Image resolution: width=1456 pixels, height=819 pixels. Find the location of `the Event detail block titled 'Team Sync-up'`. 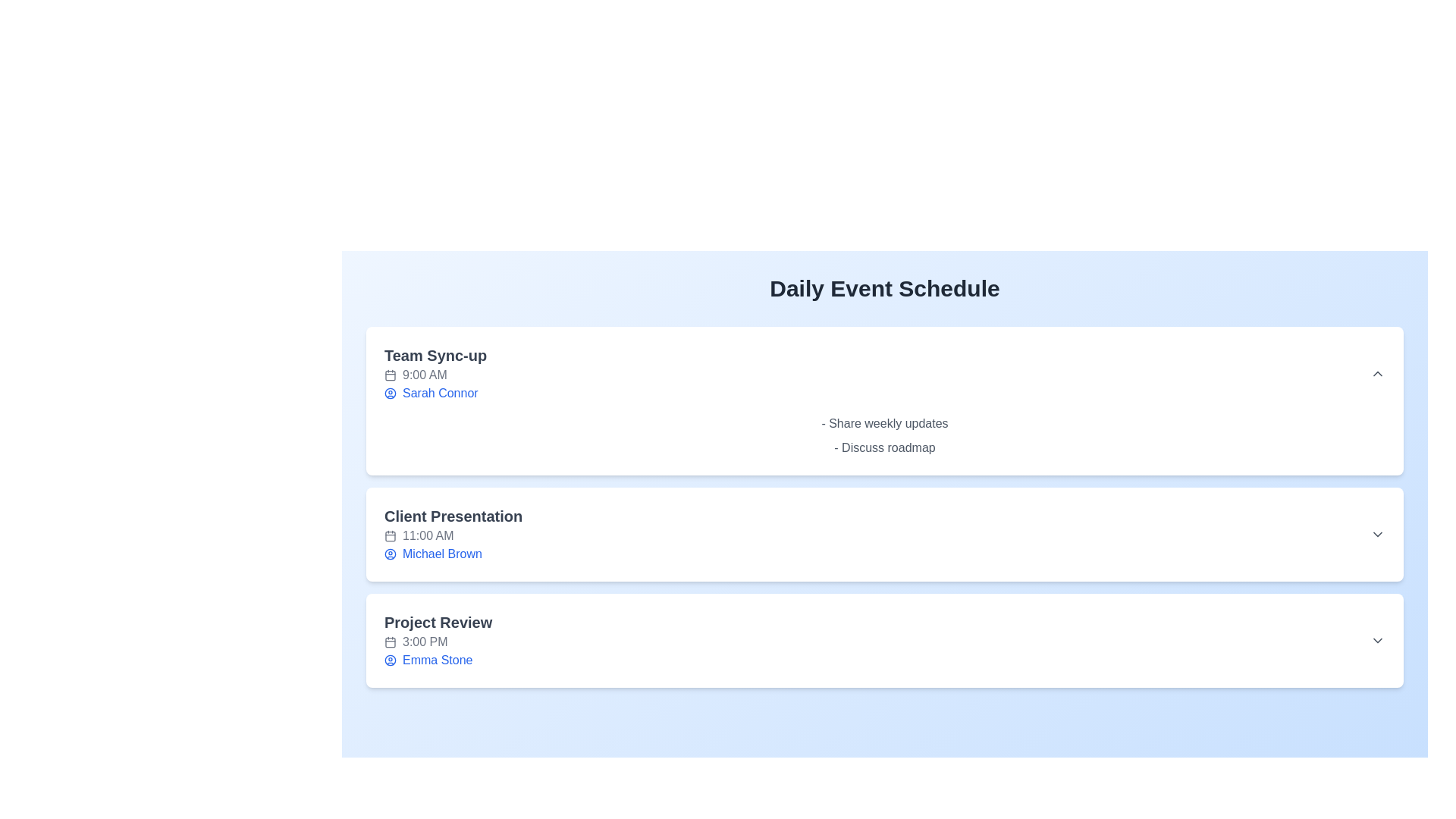

the Event detail block titled 'Team Sync-up' is located at coordinates (884, 374).